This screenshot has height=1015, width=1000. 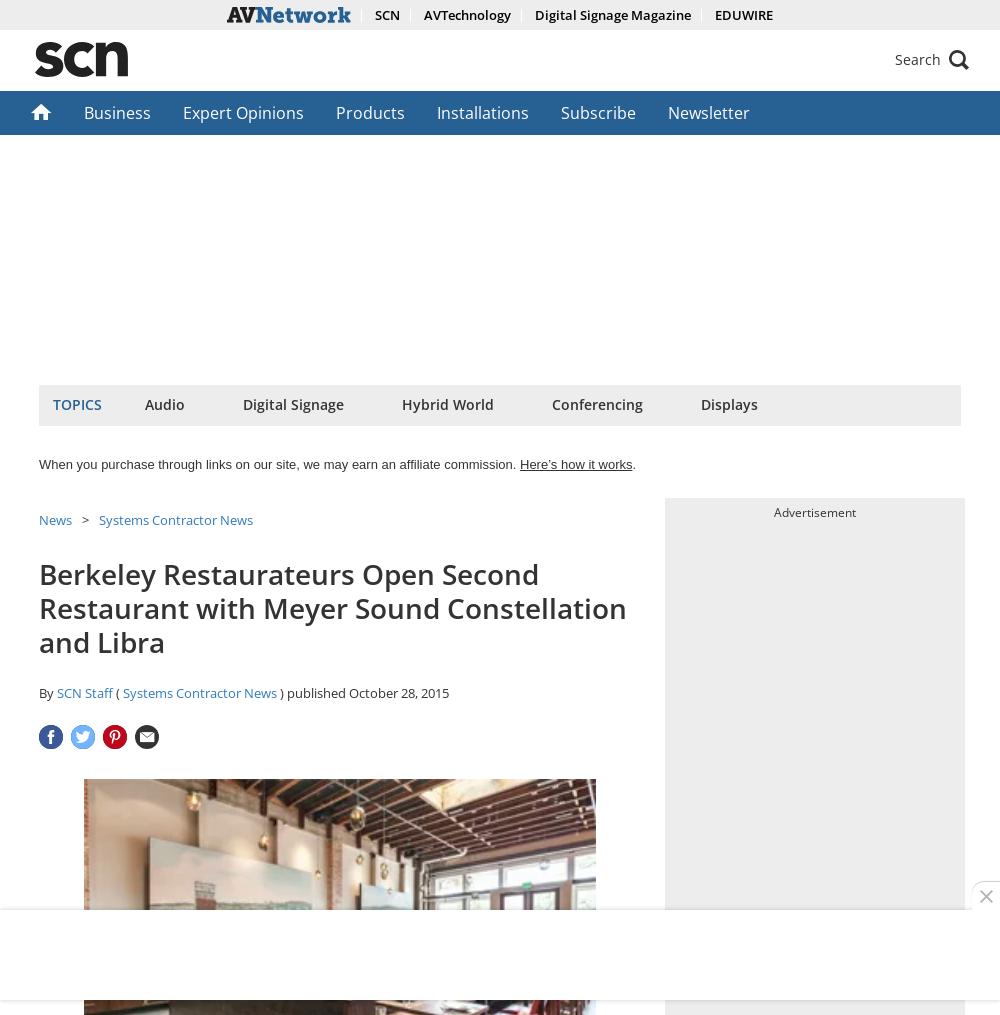 I want to click on '.', so click(x=634, y=463).